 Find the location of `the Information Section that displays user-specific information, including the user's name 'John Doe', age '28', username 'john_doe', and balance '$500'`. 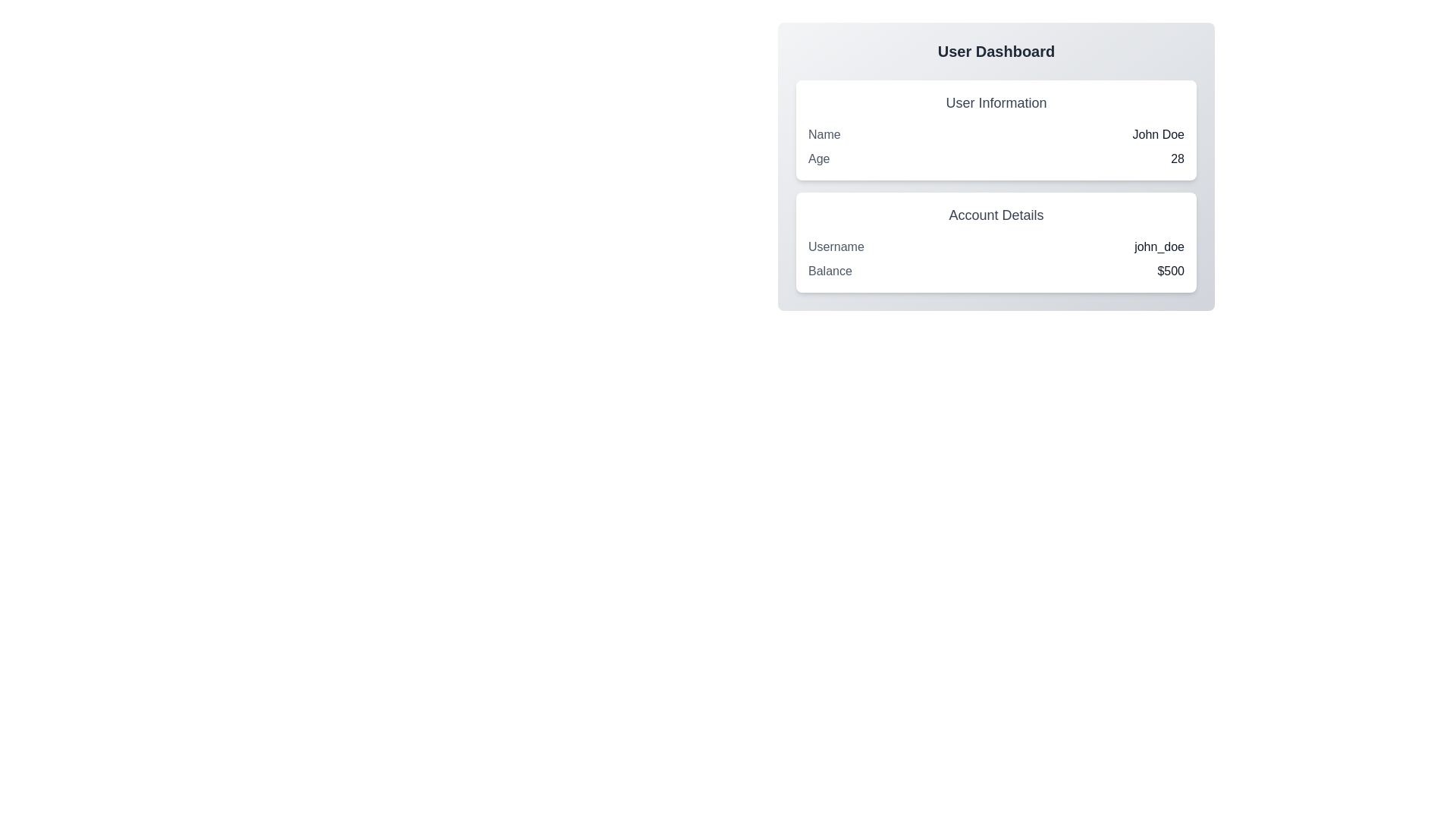

the Information Section that displays user-specific information, including the user's name 'John Doe', age '28', username 'john_doe', and balance '$500' is located at coordinates (996, 166).